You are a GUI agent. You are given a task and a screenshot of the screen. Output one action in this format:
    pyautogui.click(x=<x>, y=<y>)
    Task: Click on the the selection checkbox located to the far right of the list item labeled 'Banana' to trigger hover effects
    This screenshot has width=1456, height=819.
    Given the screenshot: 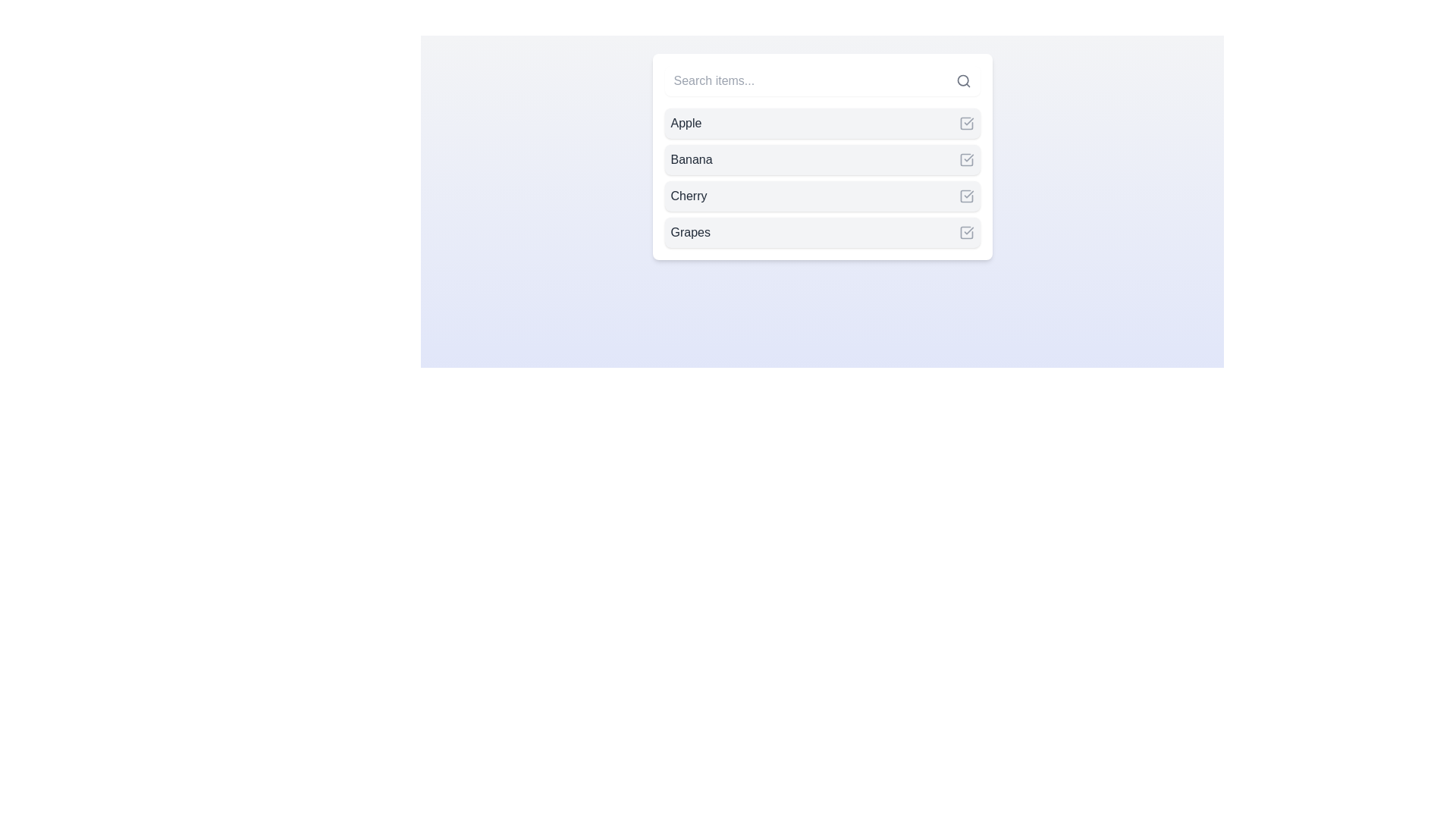 What is the action you would take?
    pyautogui.click(x=965, y=160)
    